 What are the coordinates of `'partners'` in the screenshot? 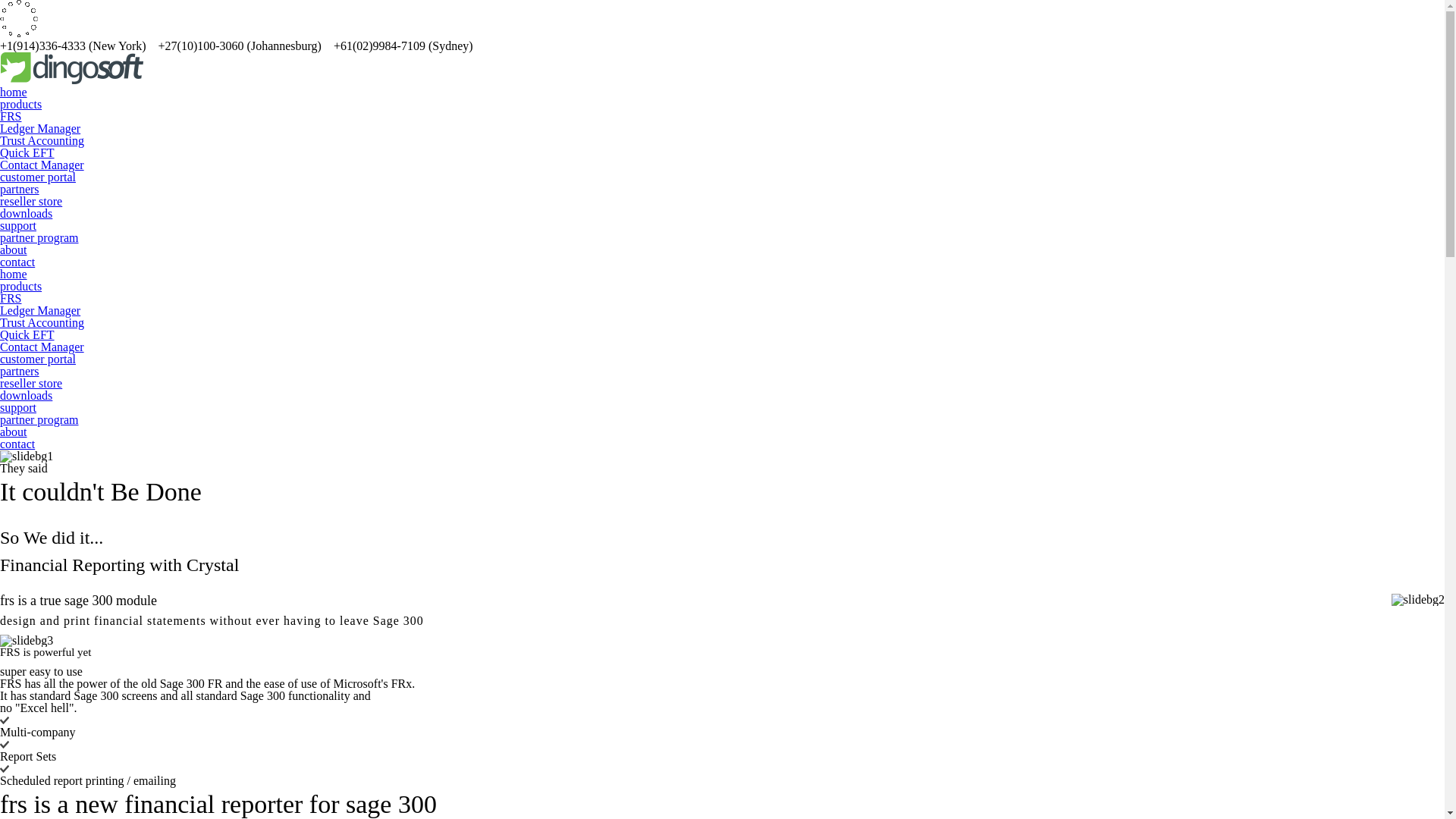 It's located at (19, 371).